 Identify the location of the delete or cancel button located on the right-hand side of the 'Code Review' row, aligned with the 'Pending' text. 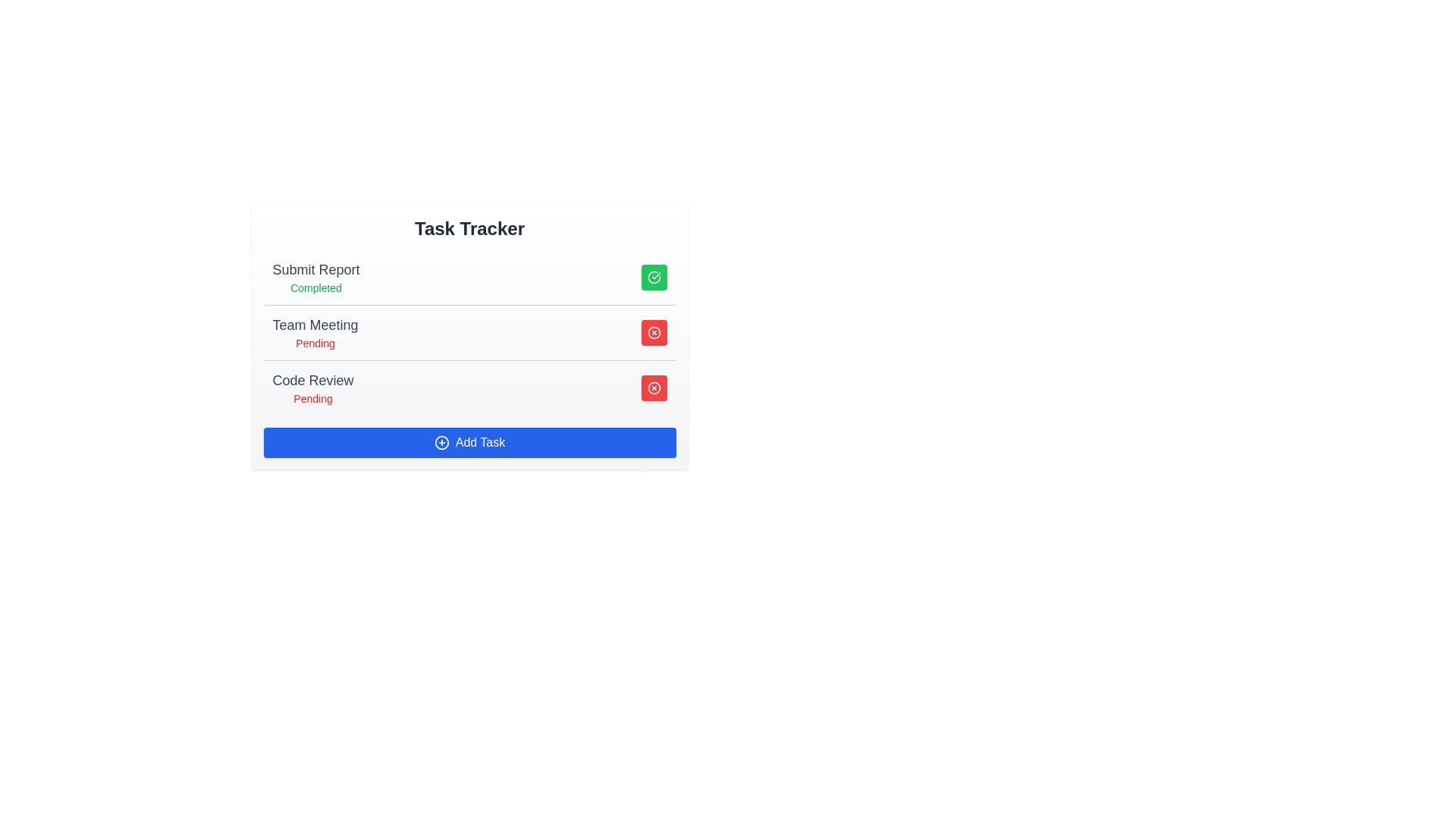
(654, 388).